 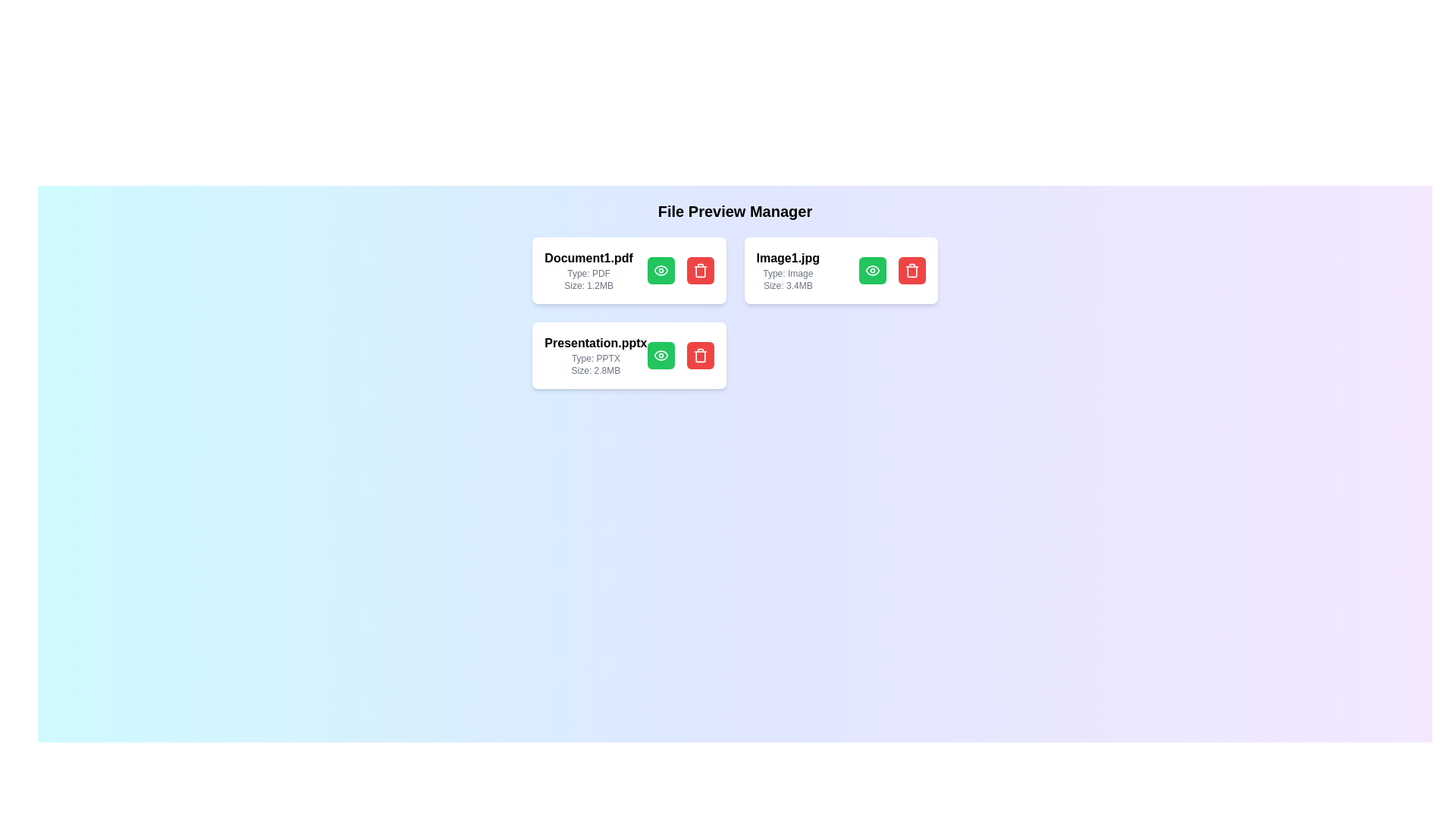 I want to click on the descriptive label for the file 'Presentation.pptx' that displays essential metadata about the file, located at the bottom-left of the card-like UI component, so click(x=595, y=356).